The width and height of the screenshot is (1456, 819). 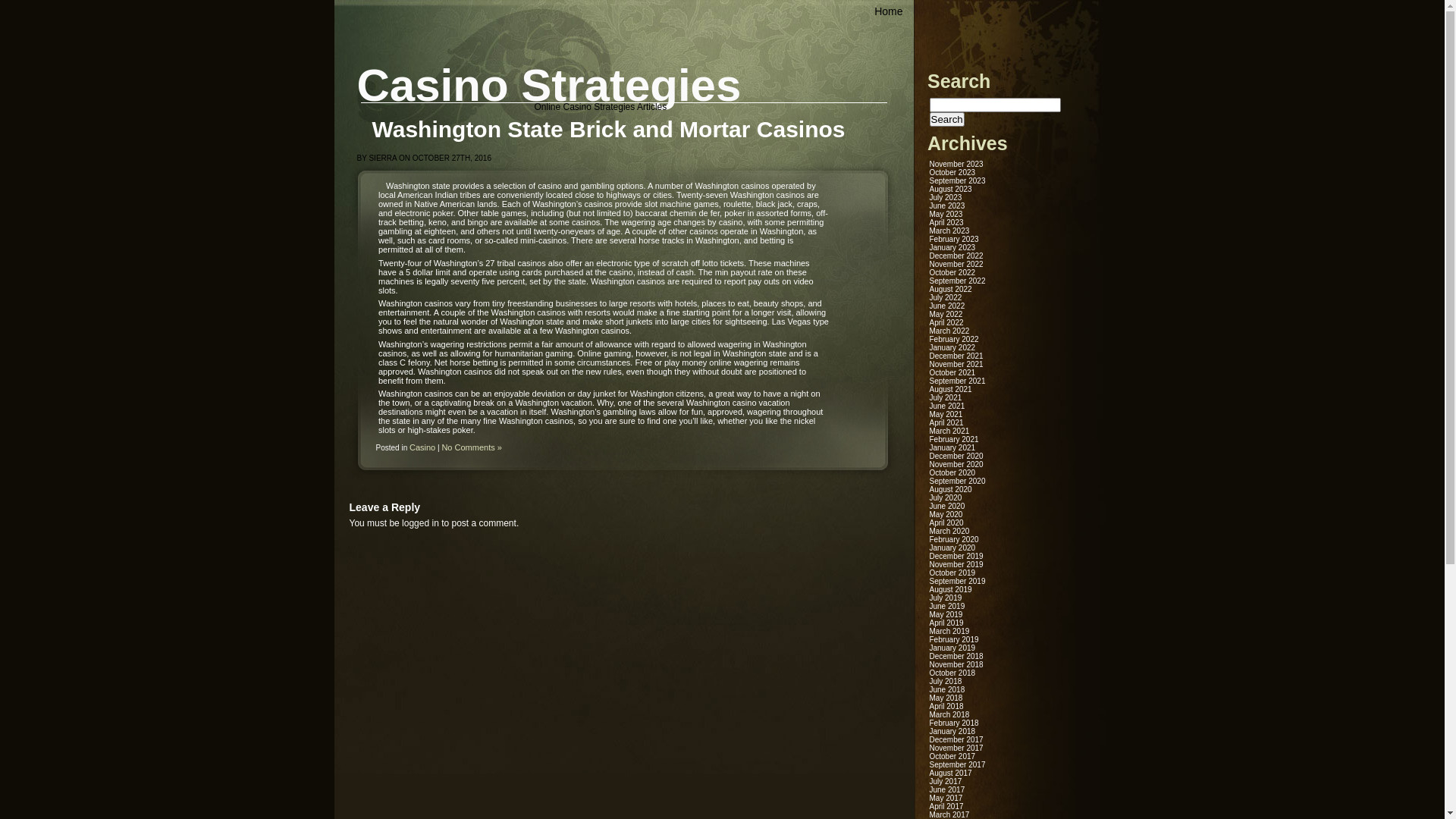 What do you see at coordinates (952, 548) in the screenshot?
I see `'January 2020'` at bounding box center [952, 548].